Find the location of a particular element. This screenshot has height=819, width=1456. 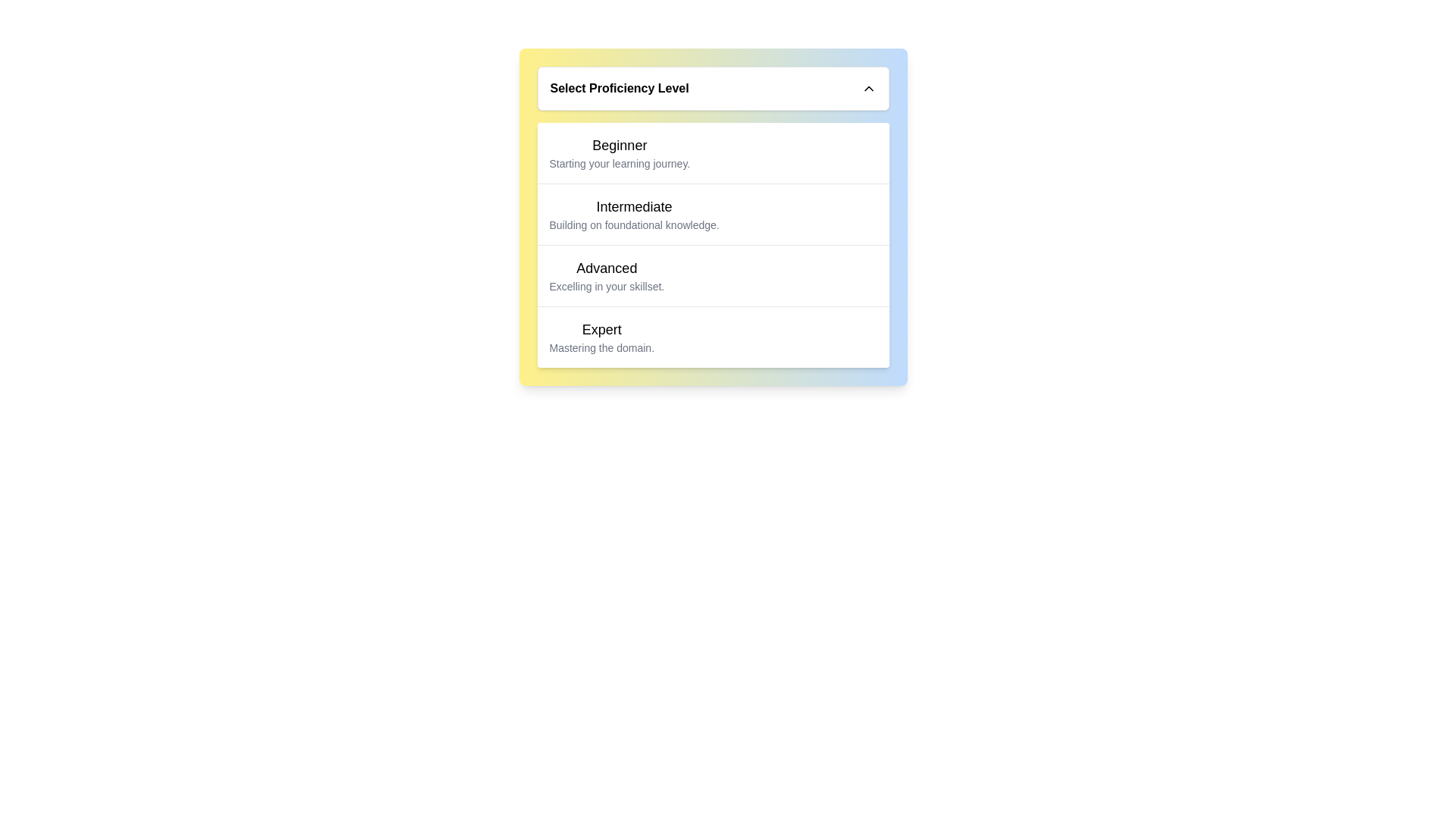

the List item titled 'Beginner' to interact via keyboard navigation is located at coordinates (620, 152).